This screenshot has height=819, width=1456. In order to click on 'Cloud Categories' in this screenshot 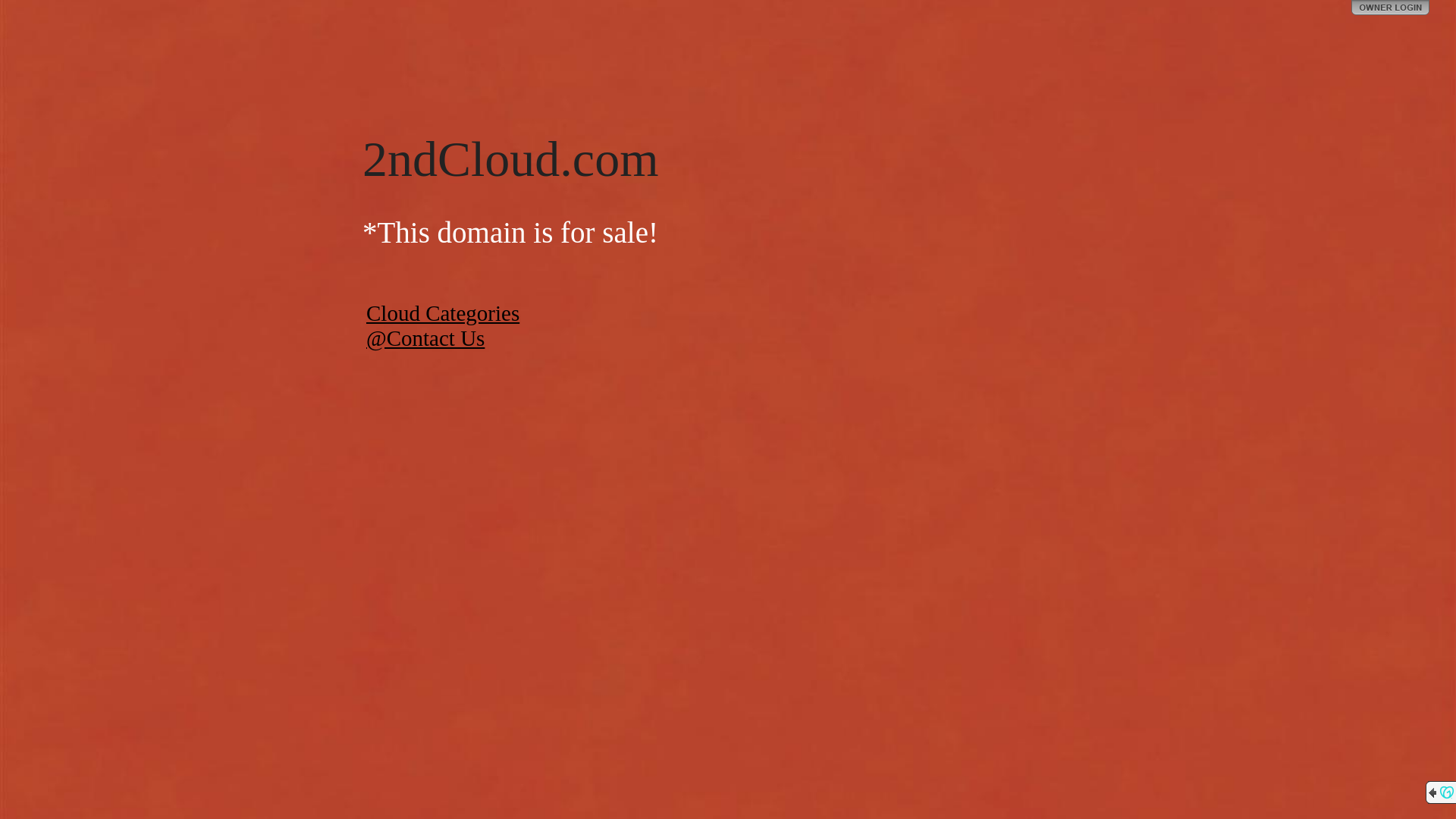, I will do `click(442, 312)`.